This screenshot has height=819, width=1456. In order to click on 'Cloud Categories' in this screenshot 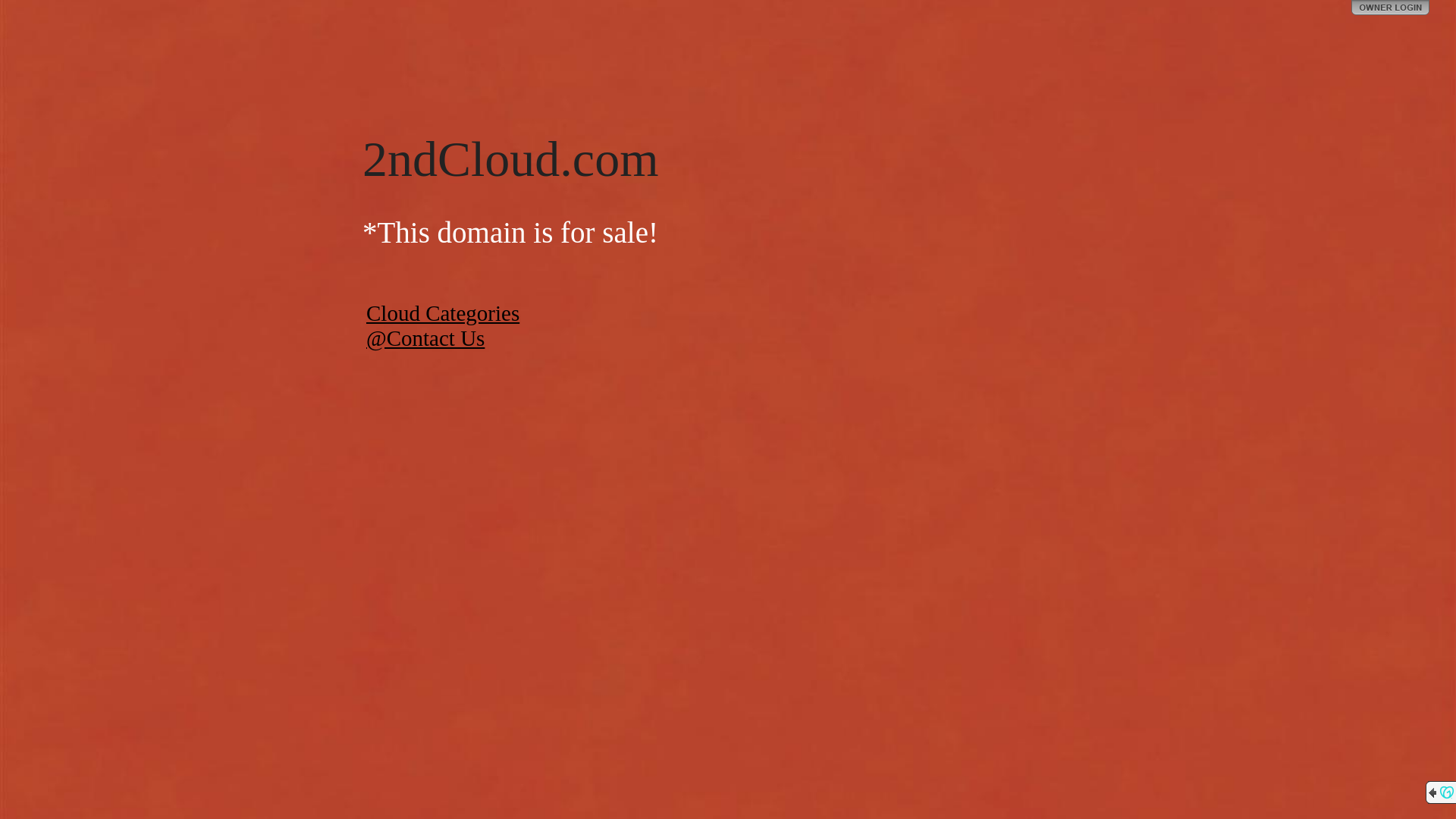, I will do `click(442, 312)`.